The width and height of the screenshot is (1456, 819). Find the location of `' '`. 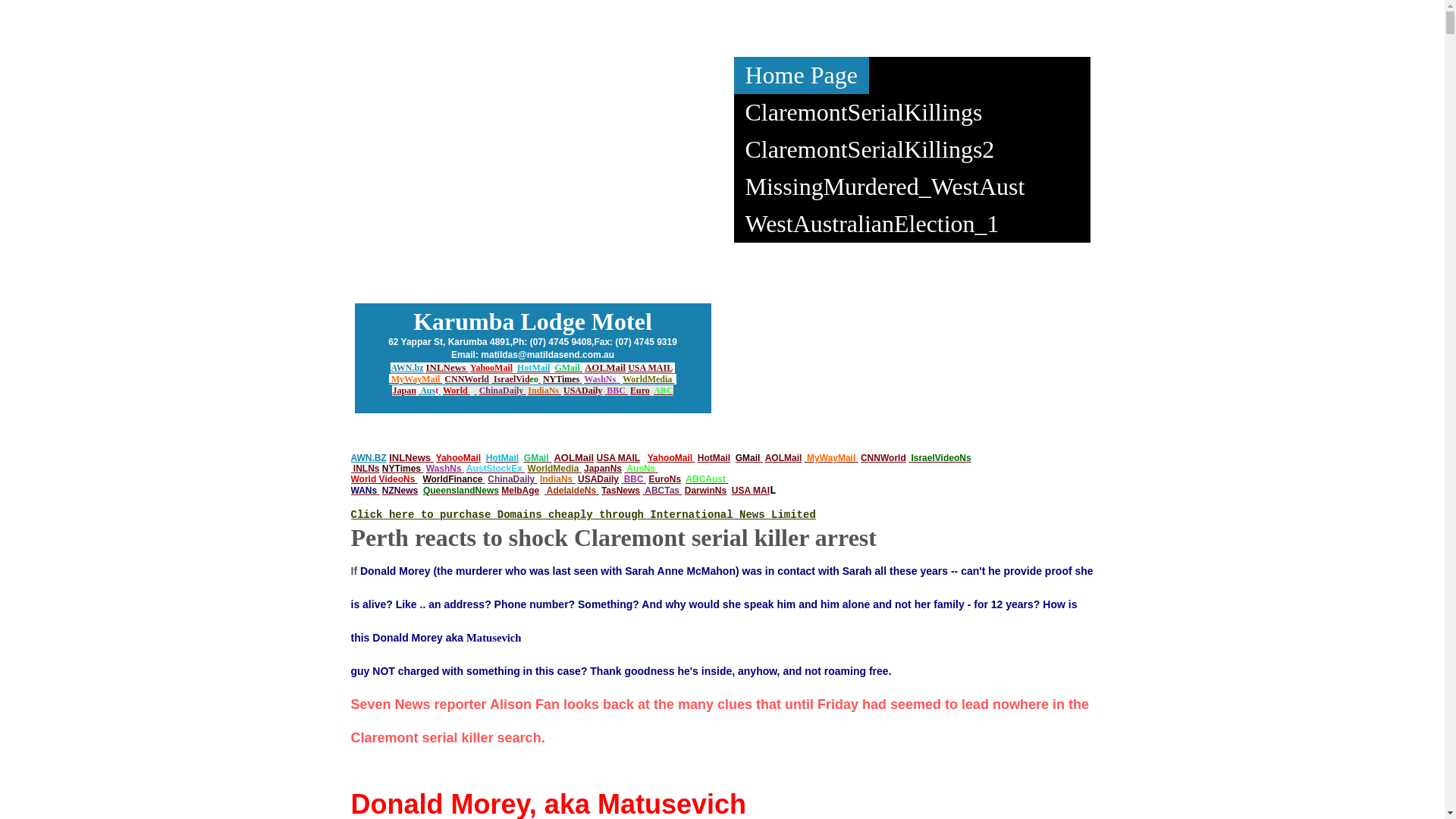

' ' is located at coordinates (579, 467).